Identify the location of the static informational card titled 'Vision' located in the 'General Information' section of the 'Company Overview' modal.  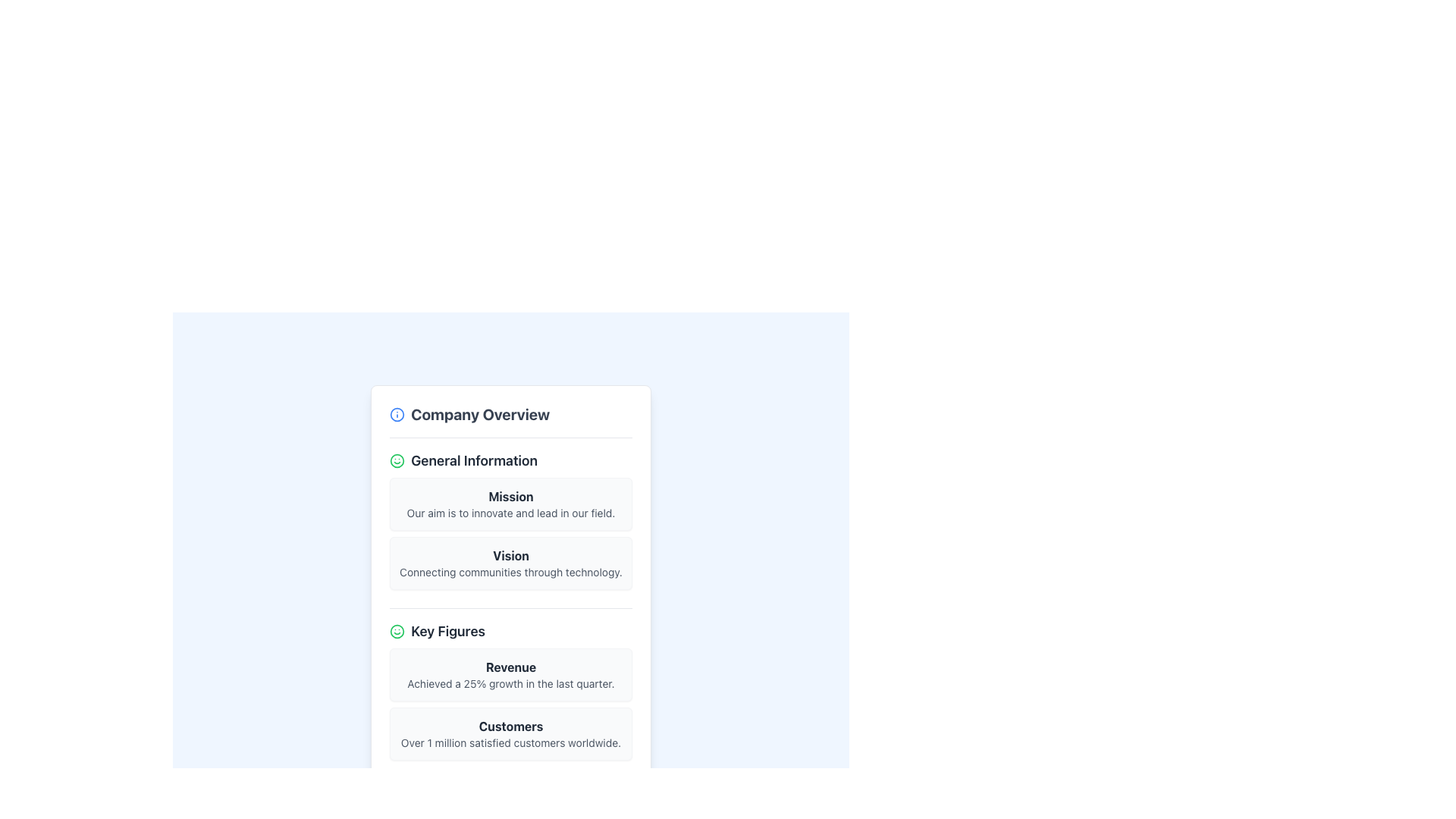
(510, 581).